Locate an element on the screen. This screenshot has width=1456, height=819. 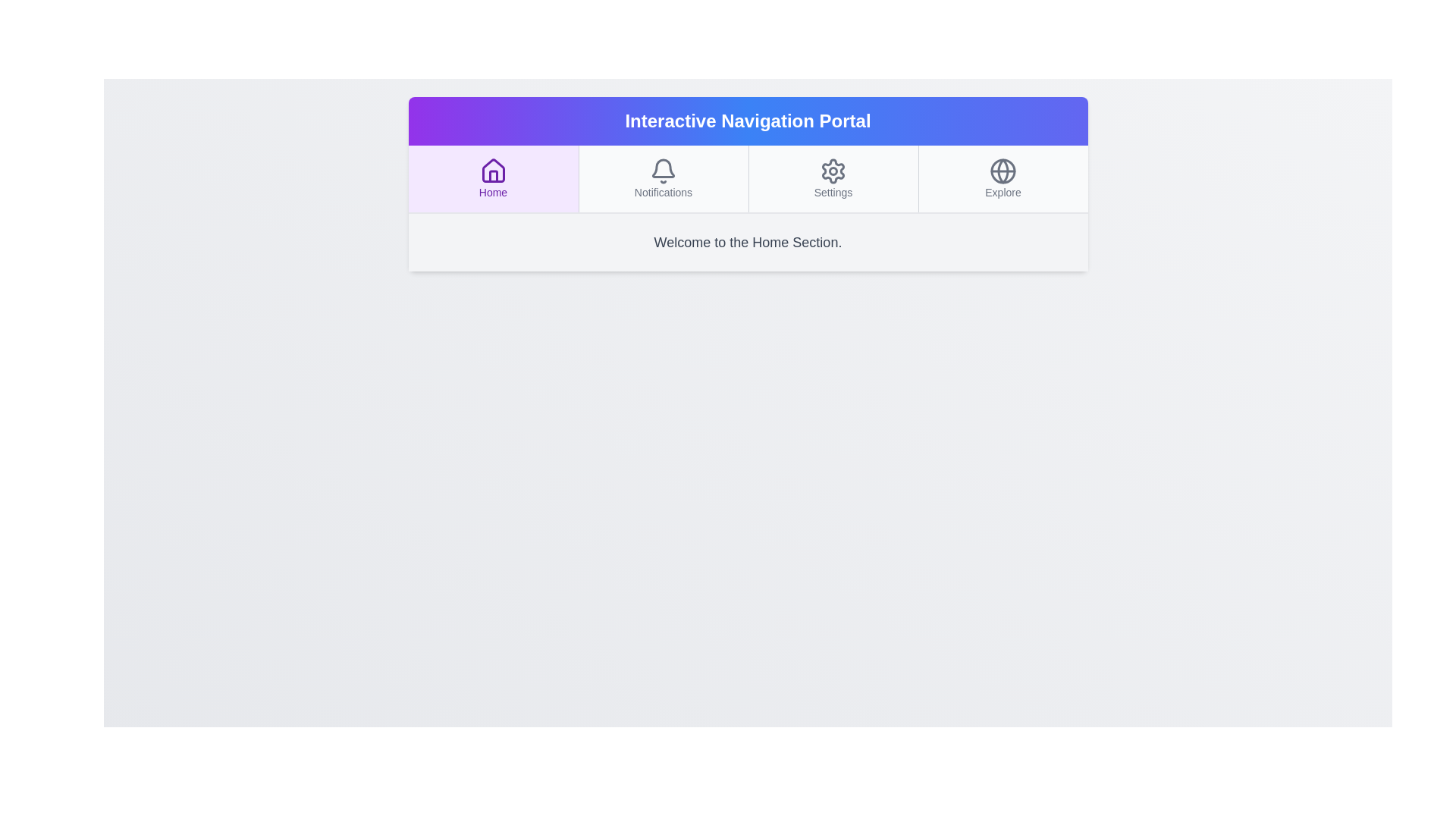
the SVG circle element that serves as a visual decoration within the settings icon located in the navigation bar is located at coordinates (833, 171).